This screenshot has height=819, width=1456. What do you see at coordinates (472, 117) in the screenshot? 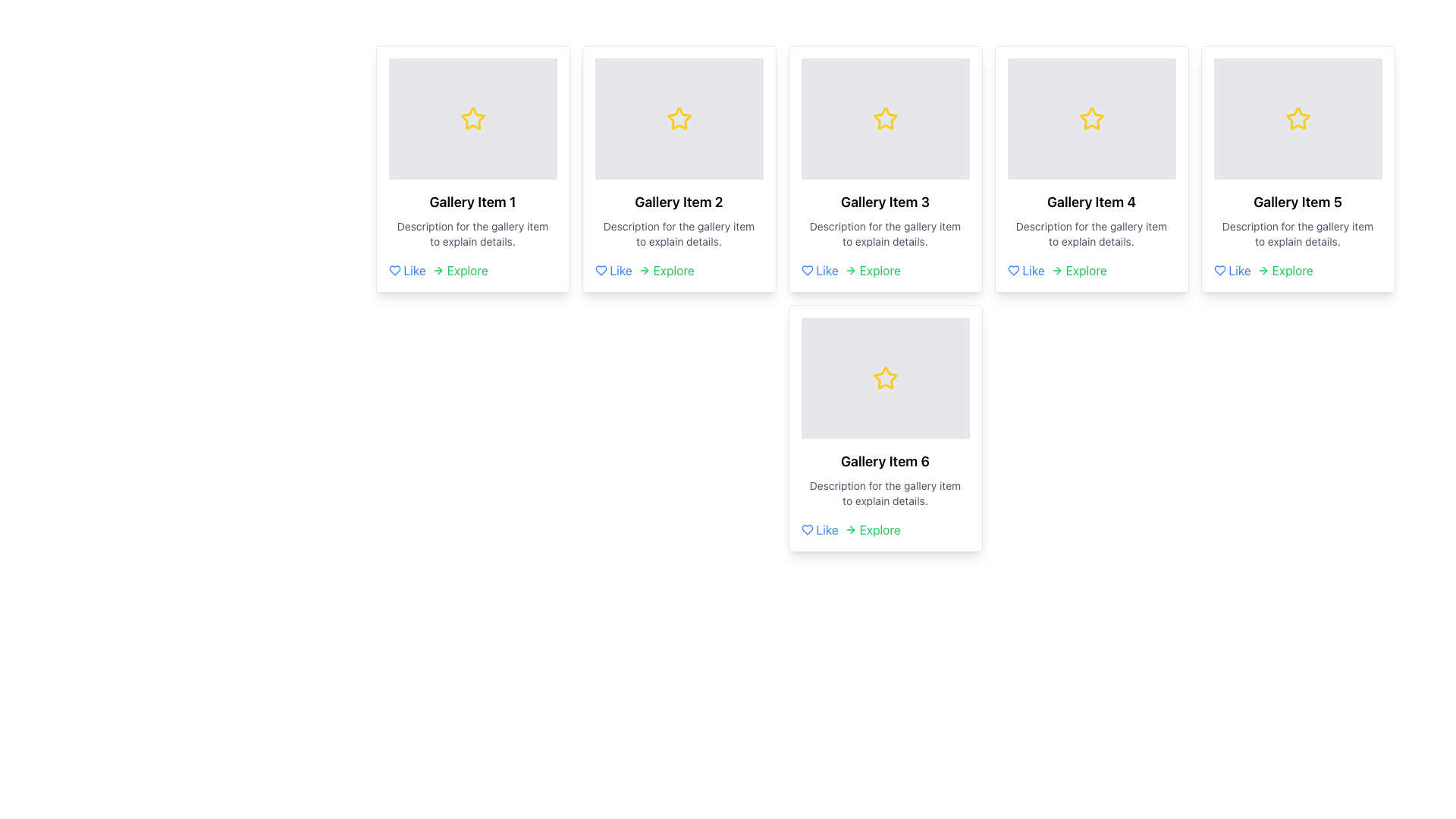
I see `the star icon located in the top visual area of 'Gallery Item 1', which is a five-point star with yellow outlines and a transparent interior` at bounding box center [472, 117].